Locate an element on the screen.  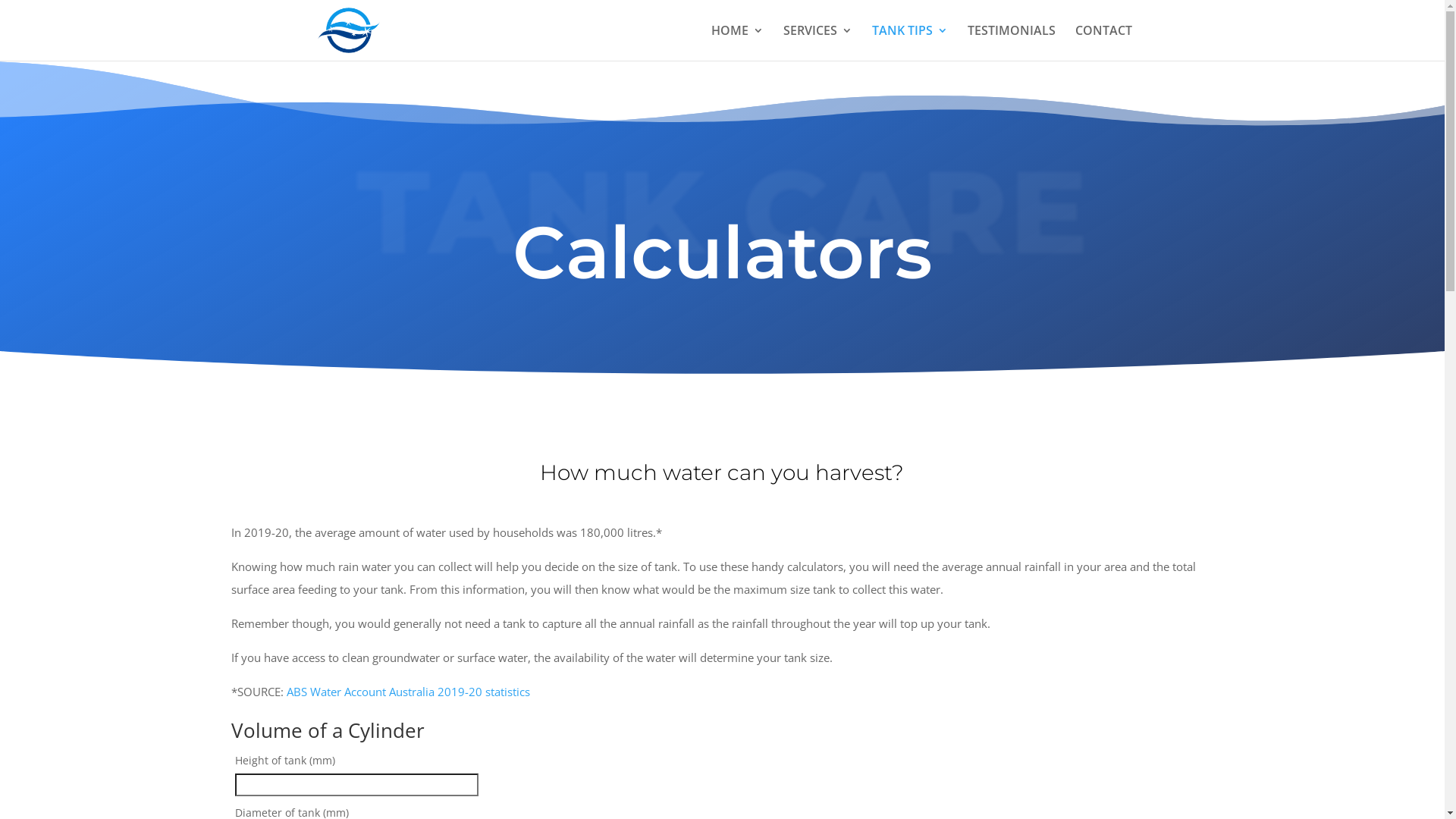
'ABS Water Account Australia 2019-20 statistics' is located at coordinates (408, 691).